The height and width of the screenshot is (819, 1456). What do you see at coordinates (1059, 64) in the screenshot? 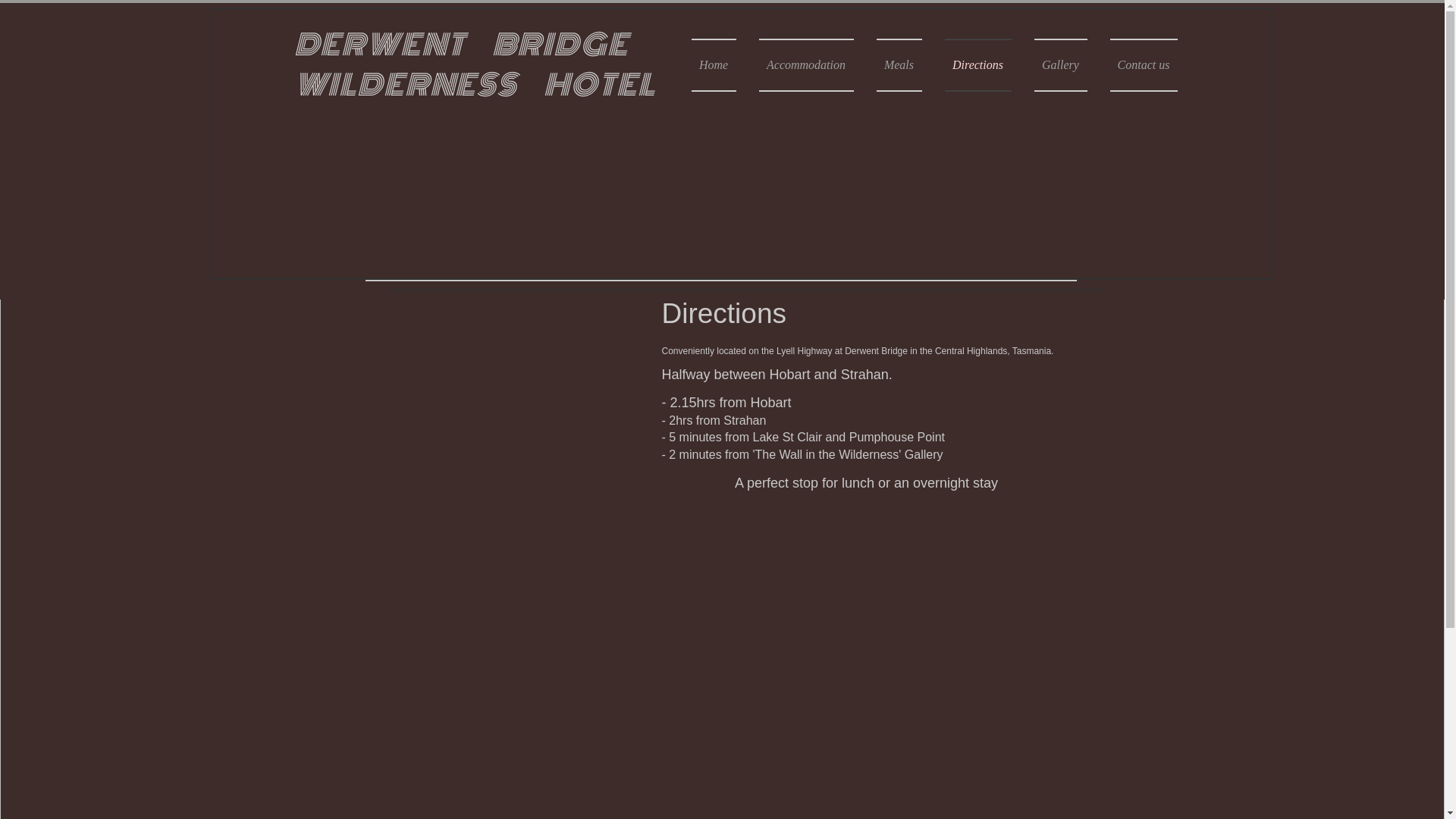
I see `'Gallery'` at bounding box center [1059, 64].